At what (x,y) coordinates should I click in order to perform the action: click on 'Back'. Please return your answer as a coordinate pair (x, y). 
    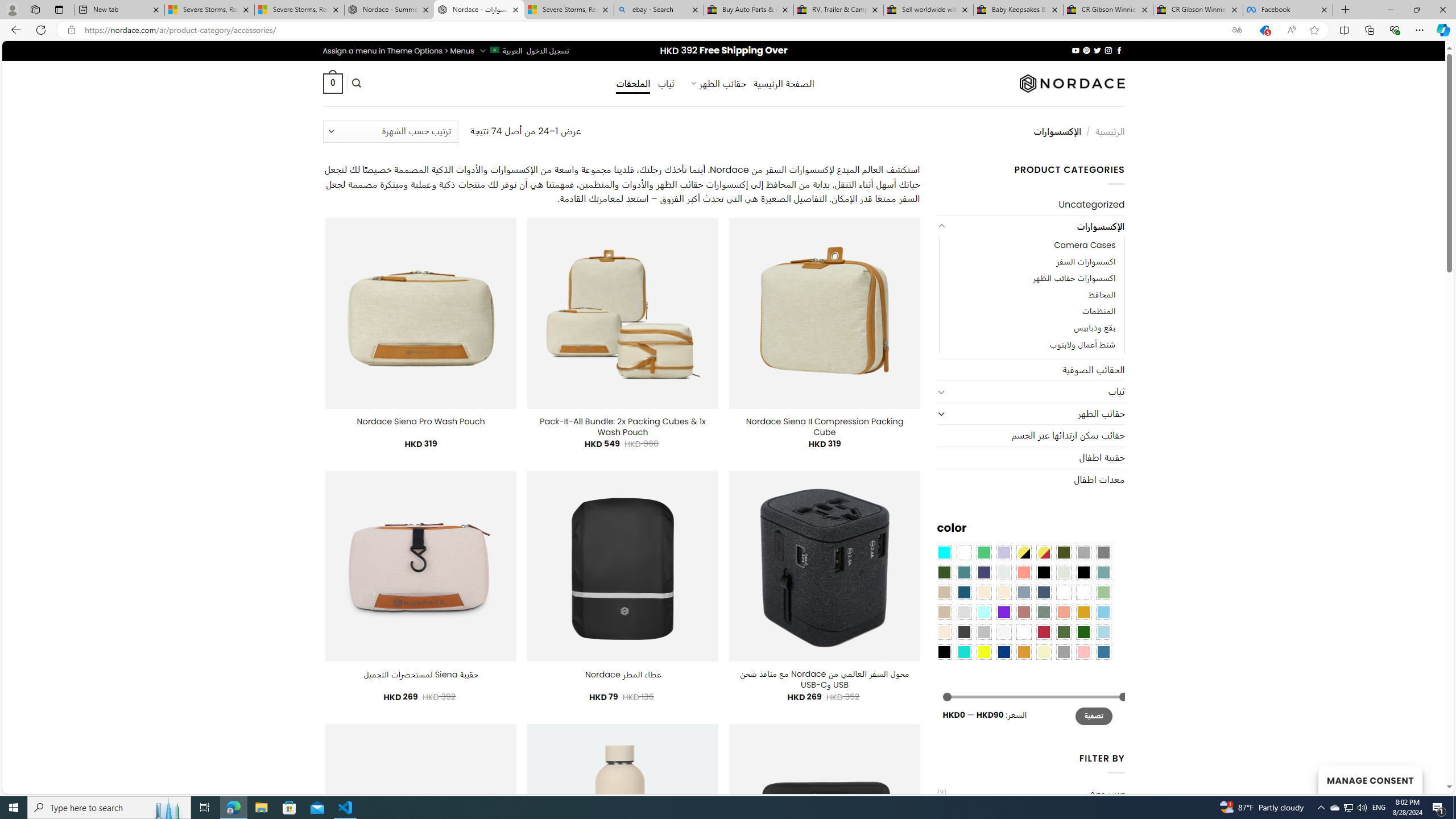
    Looking at the image, I should click on (14, 29).